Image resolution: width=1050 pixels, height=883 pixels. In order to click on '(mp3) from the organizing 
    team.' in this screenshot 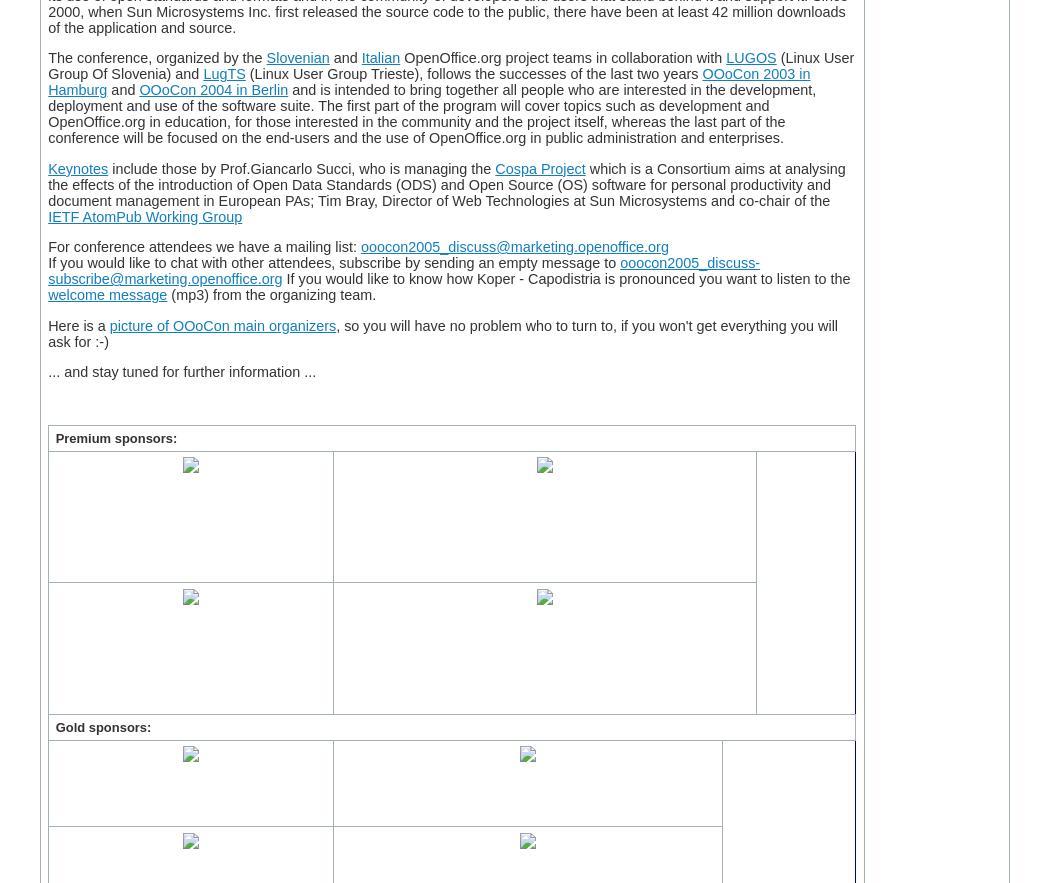, I will do `click(270, 295)`.